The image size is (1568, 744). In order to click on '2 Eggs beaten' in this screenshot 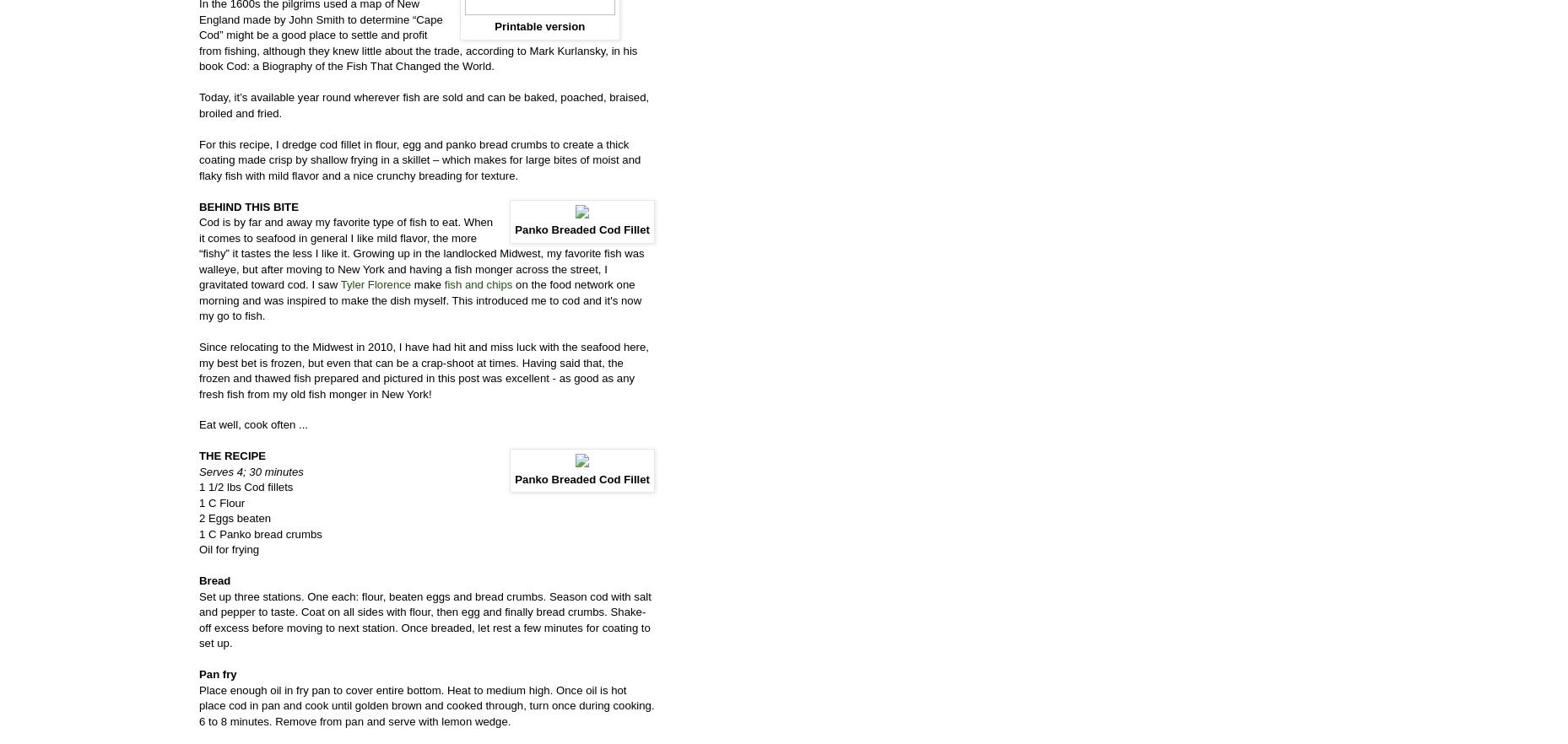, I will do `click(234, 517)`.